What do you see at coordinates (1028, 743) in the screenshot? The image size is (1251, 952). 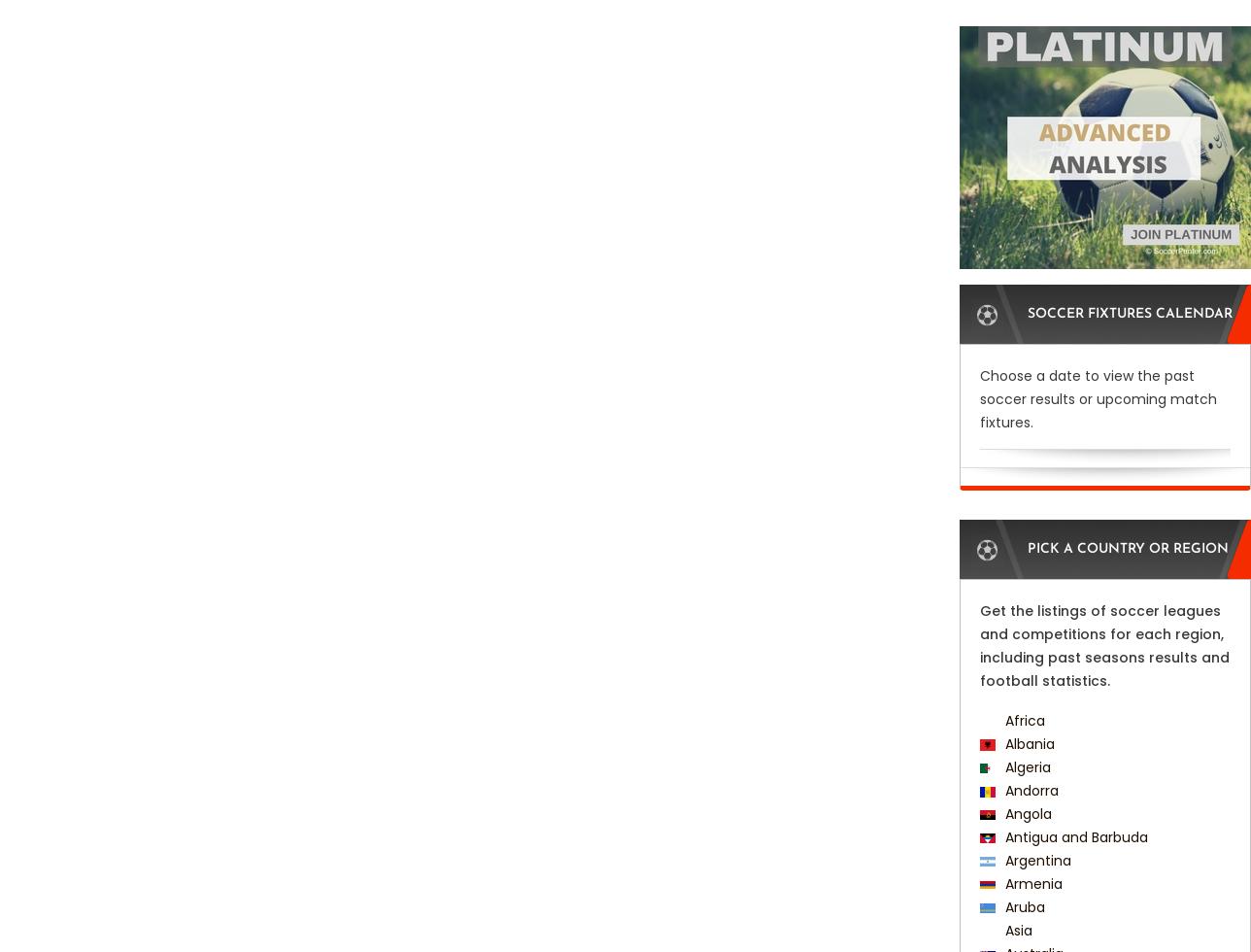 I see `'Albania'` at bounding box center [1028, 743].